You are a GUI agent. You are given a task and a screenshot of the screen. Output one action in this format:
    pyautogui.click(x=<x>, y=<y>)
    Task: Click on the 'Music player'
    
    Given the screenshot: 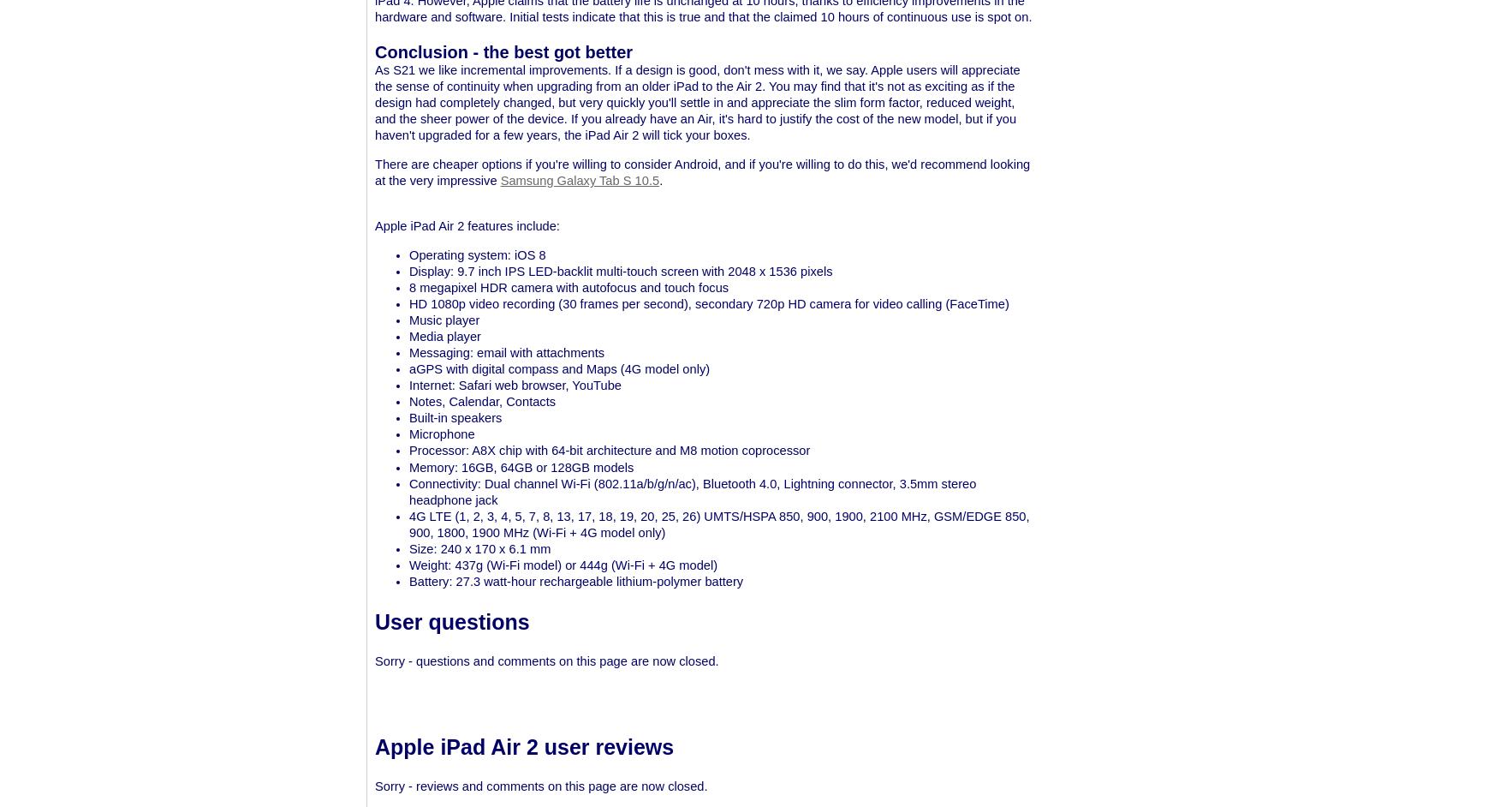 What is the action you would take?
    pyautogui.click(x=444, y=319)
    